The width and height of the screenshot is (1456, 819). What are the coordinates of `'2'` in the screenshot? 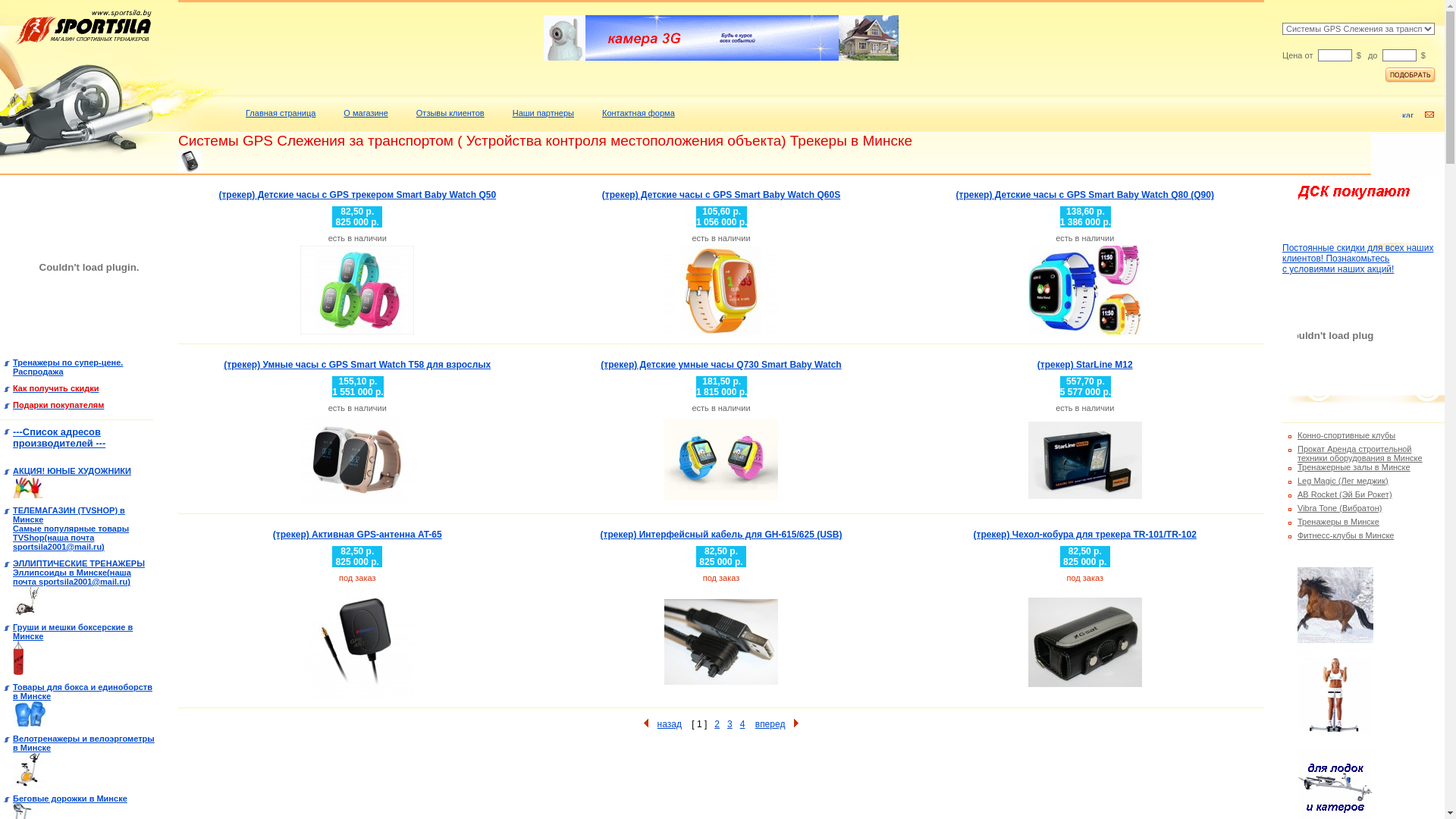 It's located at (716, 723).